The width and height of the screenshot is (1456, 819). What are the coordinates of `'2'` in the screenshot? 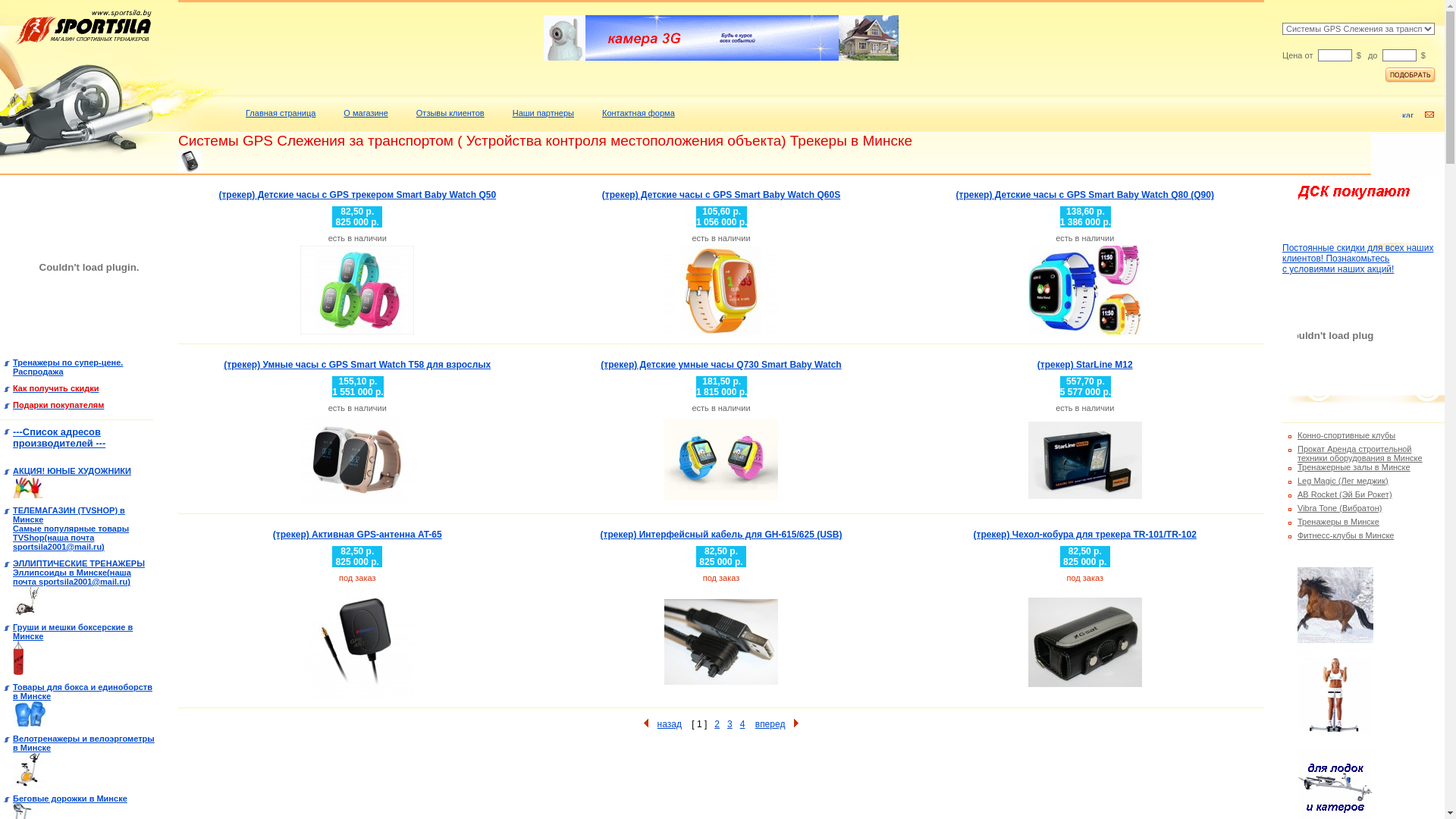 It's located at (716, 723).